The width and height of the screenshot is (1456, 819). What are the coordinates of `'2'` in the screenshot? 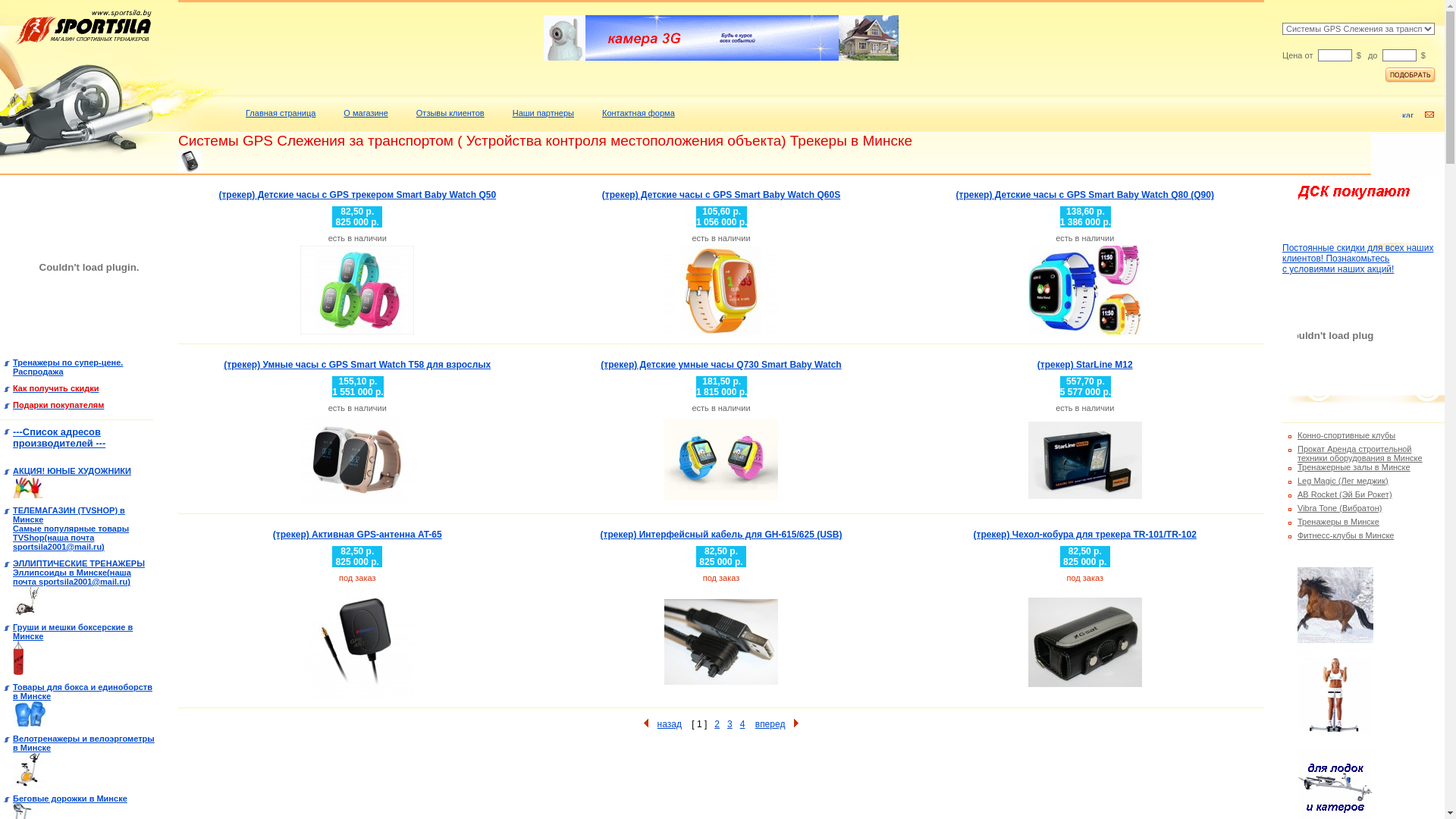 It's located at (716, 723).